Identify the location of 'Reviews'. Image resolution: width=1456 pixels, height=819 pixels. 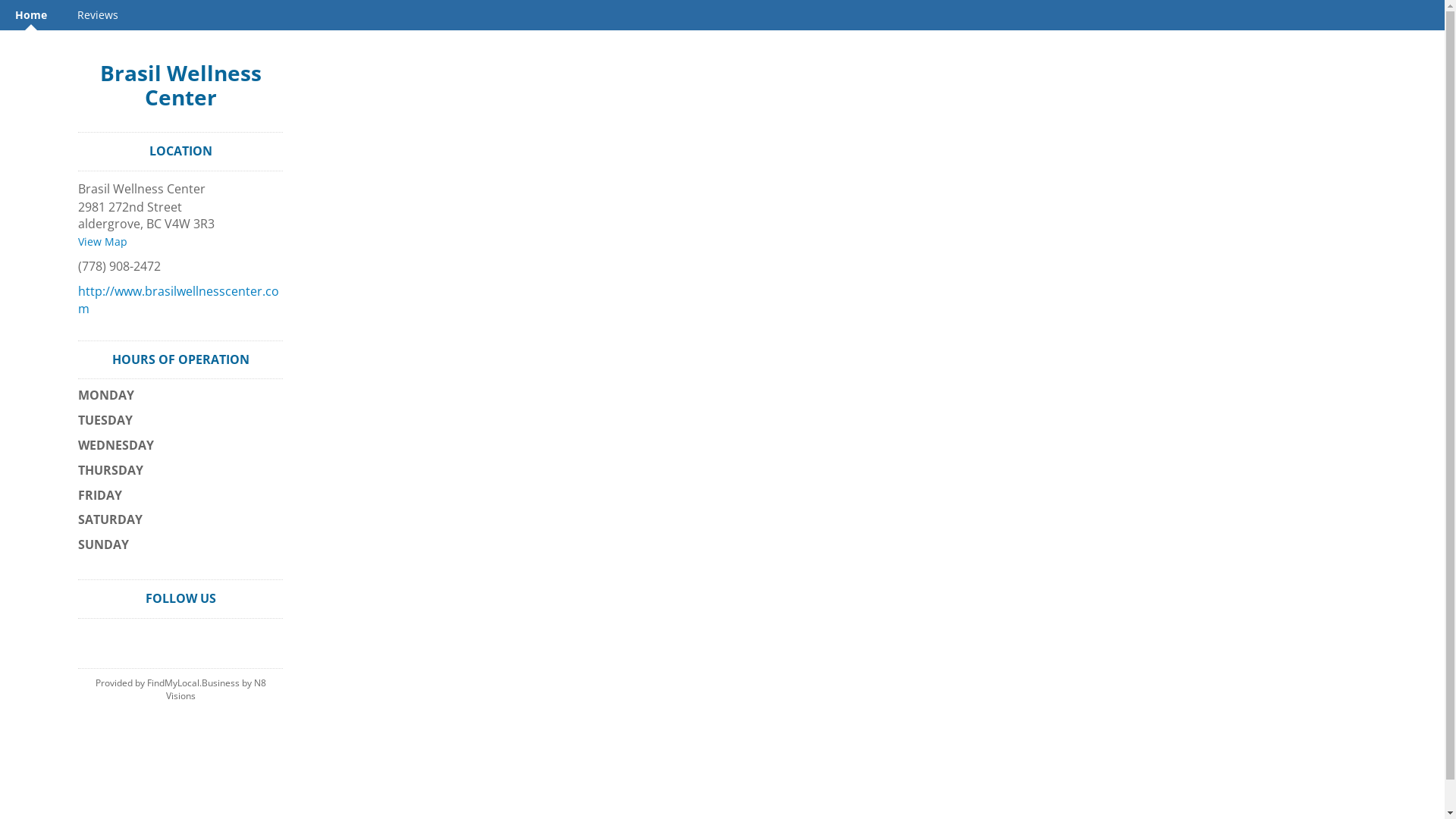
(97, 14).